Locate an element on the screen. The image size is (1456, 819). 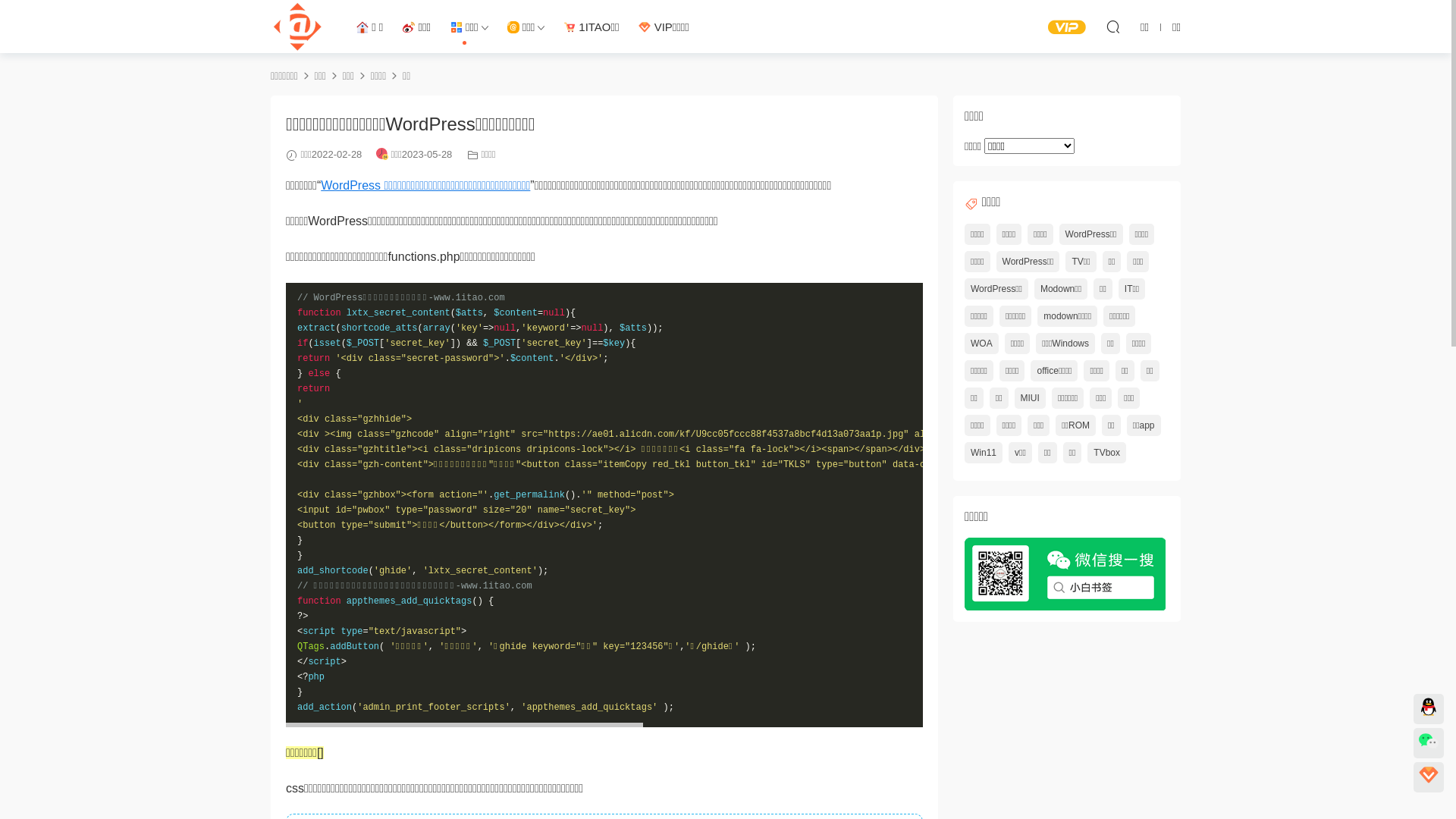
'TVbox' is located at coordinates (1087, 451).